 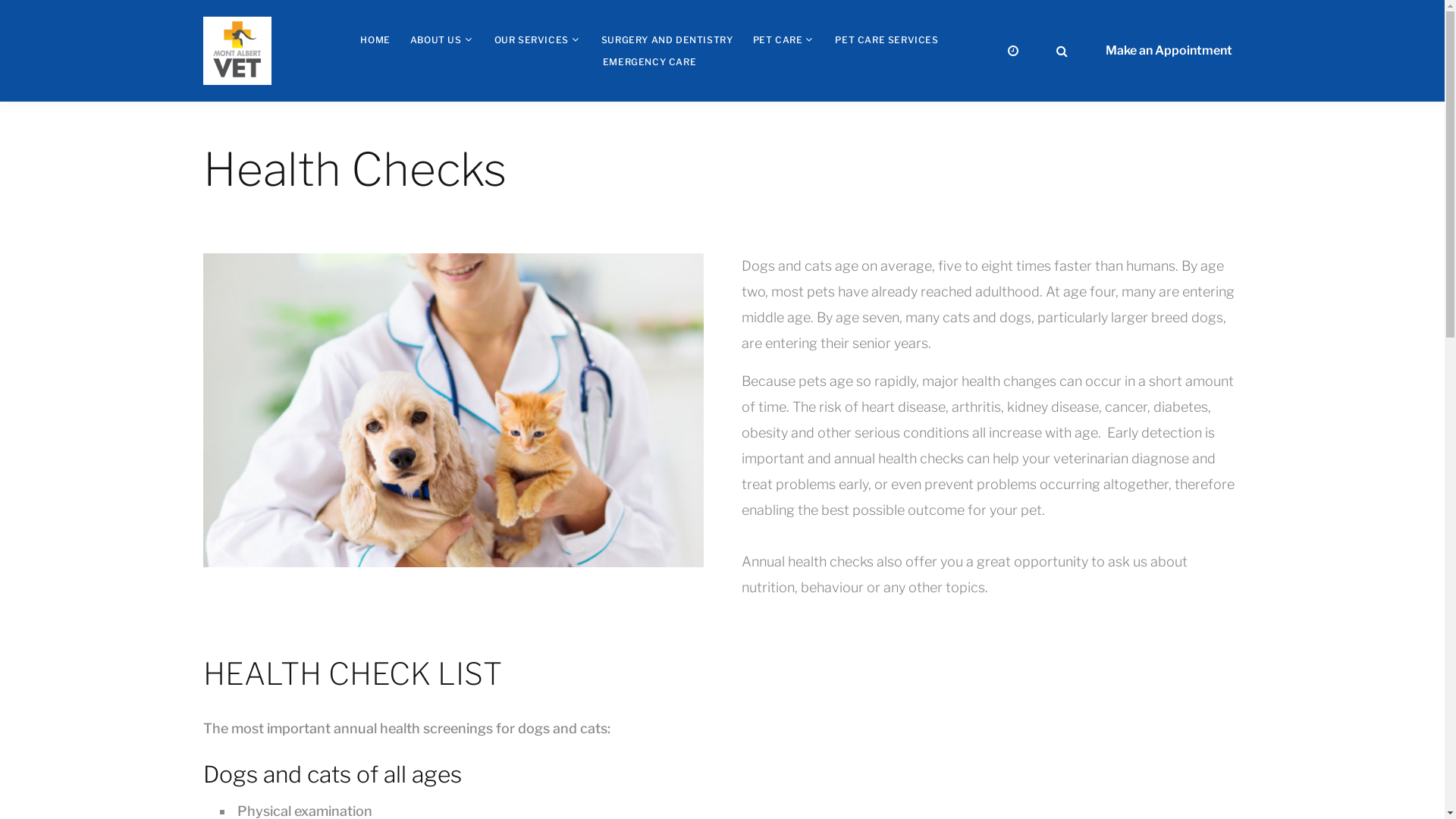 I want to click on 'HOME', so click(x=375, y=39).